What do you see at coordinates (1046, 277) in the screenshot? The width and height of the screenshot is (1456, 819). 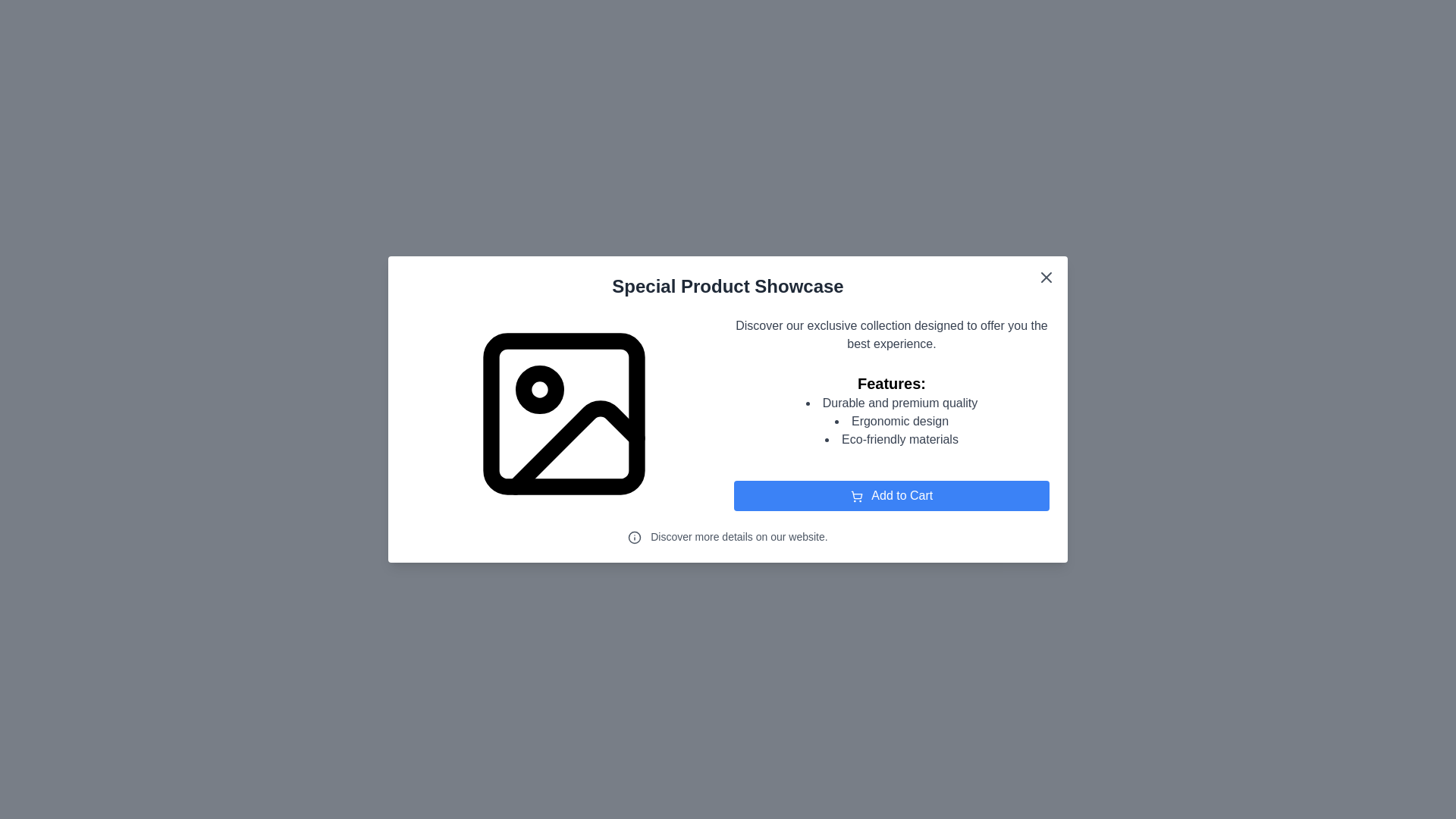 I see `the slanted cross icon in the top-right corner of the floating dialog box, which is used for closing dialogs` at bounding box center [1046, 277].